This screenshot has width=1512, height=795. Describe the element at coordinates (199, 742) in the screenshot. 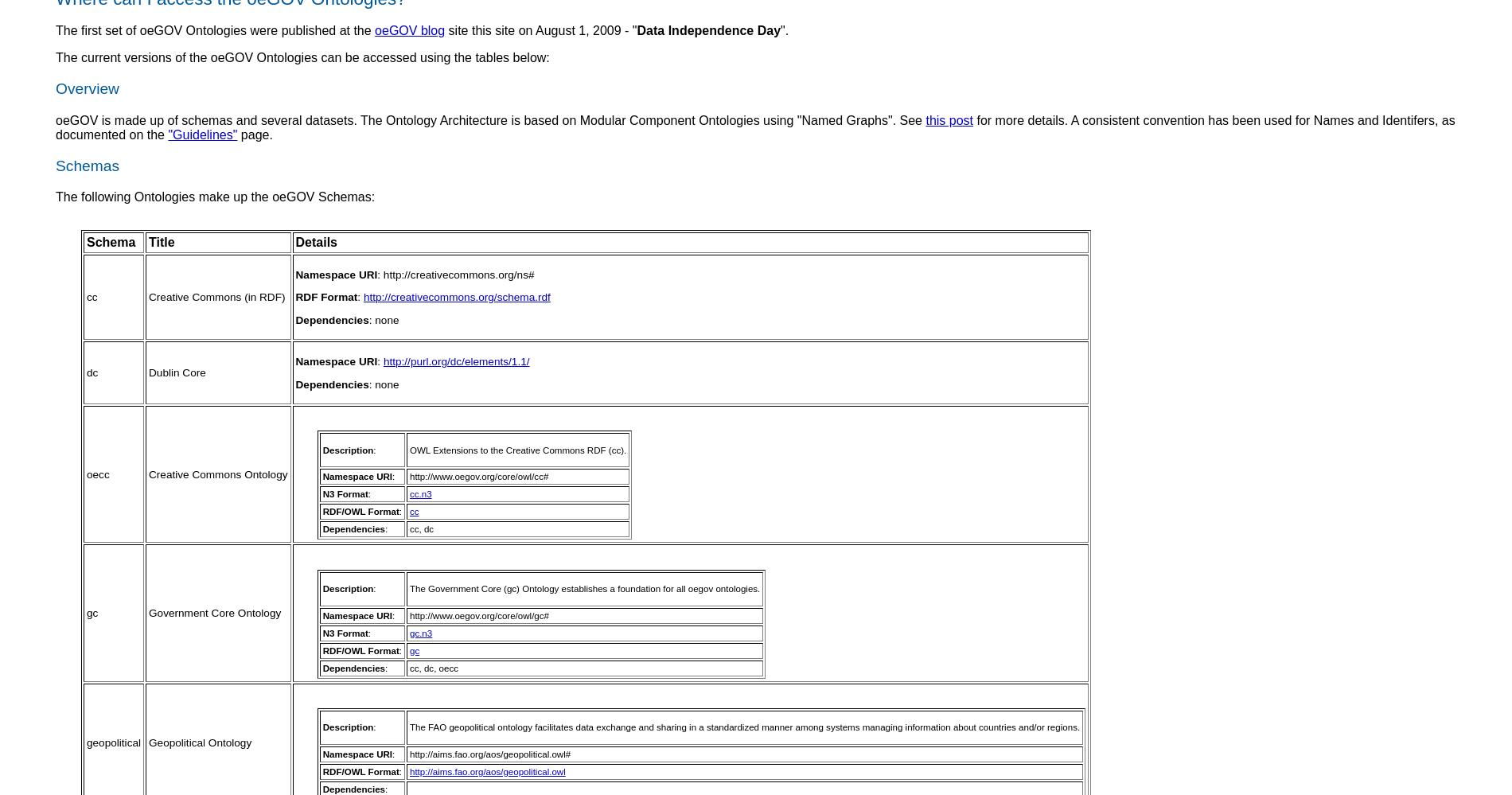

I see `'Geopolitical Ontology'` at that location.